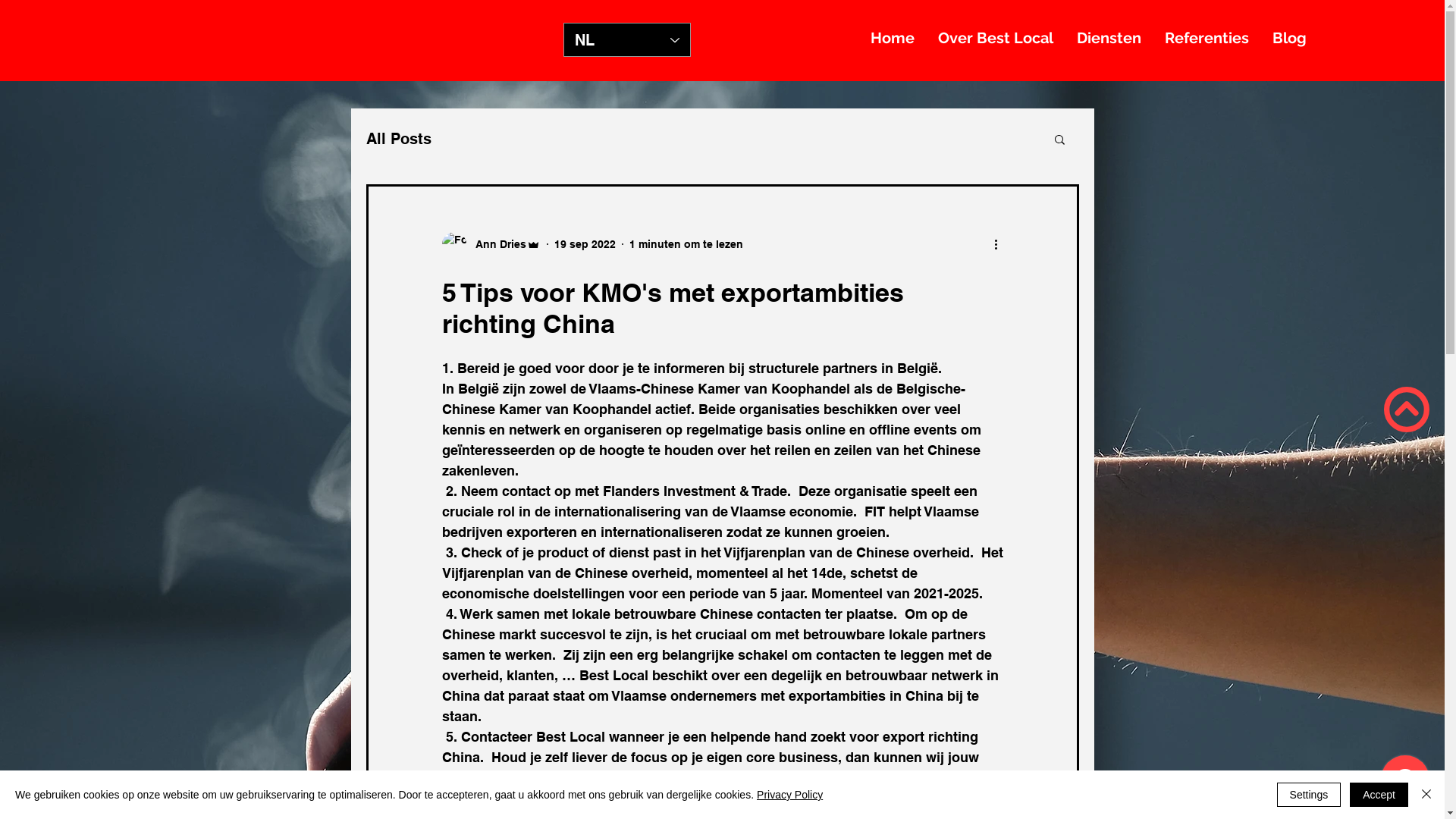 This screenshot has height=819, width=1456. What do you see at coordinates (996, 37) in the screenshot?
I see `'Over Best Local'` at bounding box center [996, 37].